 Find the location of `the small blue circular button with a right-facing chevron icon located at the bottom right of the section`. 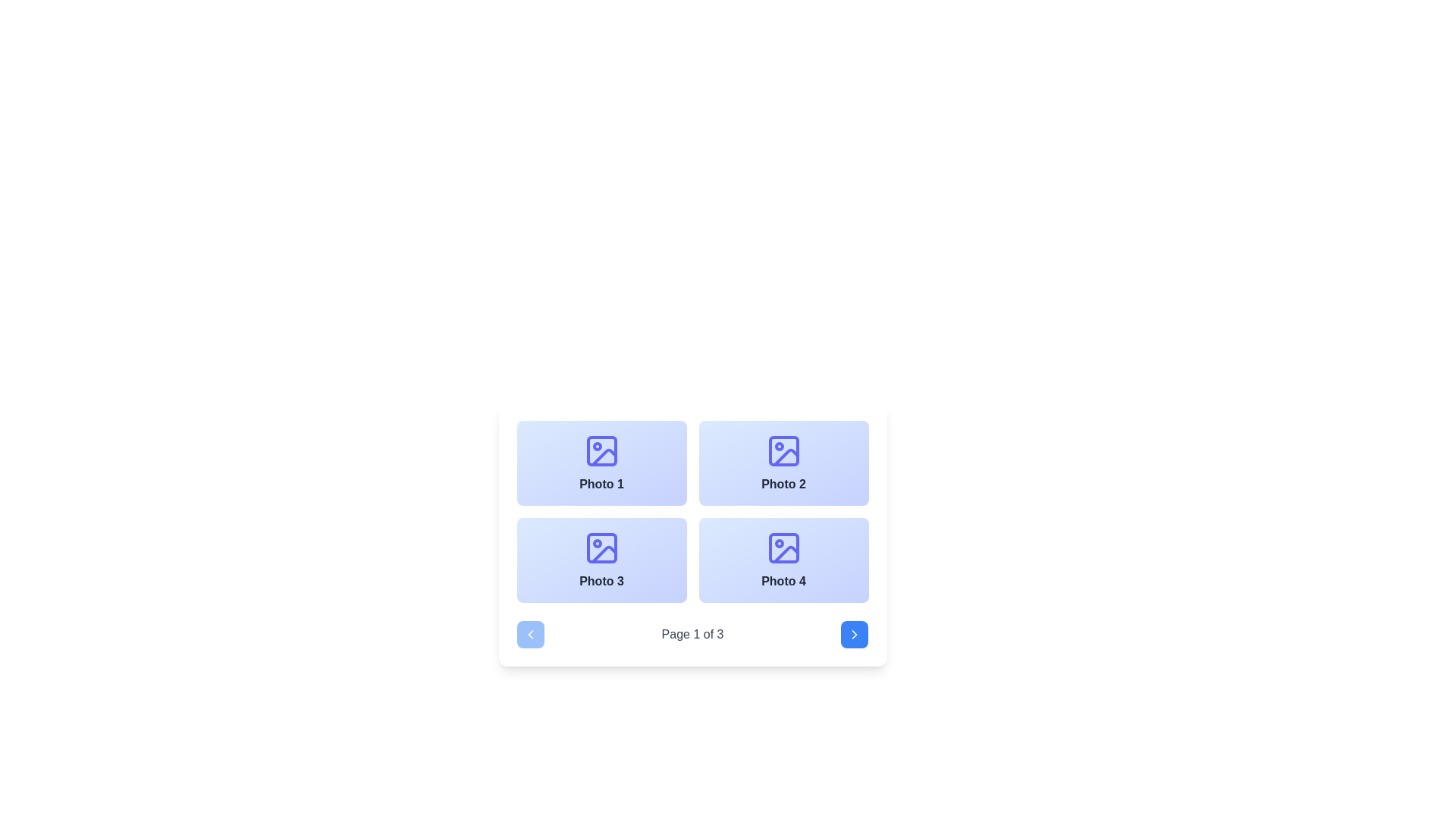

the small blue circular button with a right-facing chevron icon located at the bottom right of the section is located at coordinates (855, 635).